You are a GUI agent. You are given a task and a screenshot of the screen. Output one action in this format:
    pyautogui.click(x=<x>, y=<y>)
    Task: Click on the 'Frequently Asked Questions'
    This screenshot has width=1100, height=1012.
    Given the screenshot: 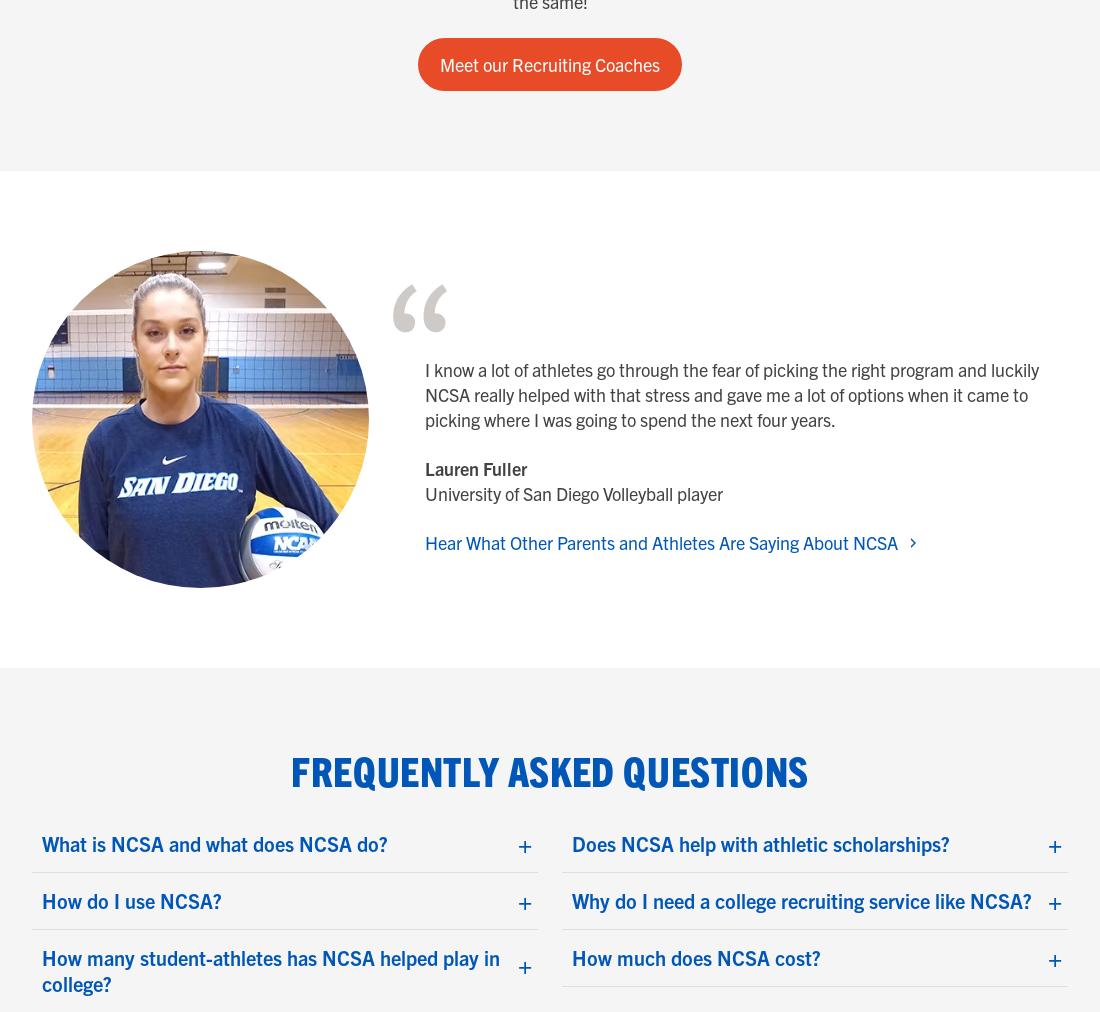 What is the action you would take?
    pyautogui.click(x=549, y=769)
    